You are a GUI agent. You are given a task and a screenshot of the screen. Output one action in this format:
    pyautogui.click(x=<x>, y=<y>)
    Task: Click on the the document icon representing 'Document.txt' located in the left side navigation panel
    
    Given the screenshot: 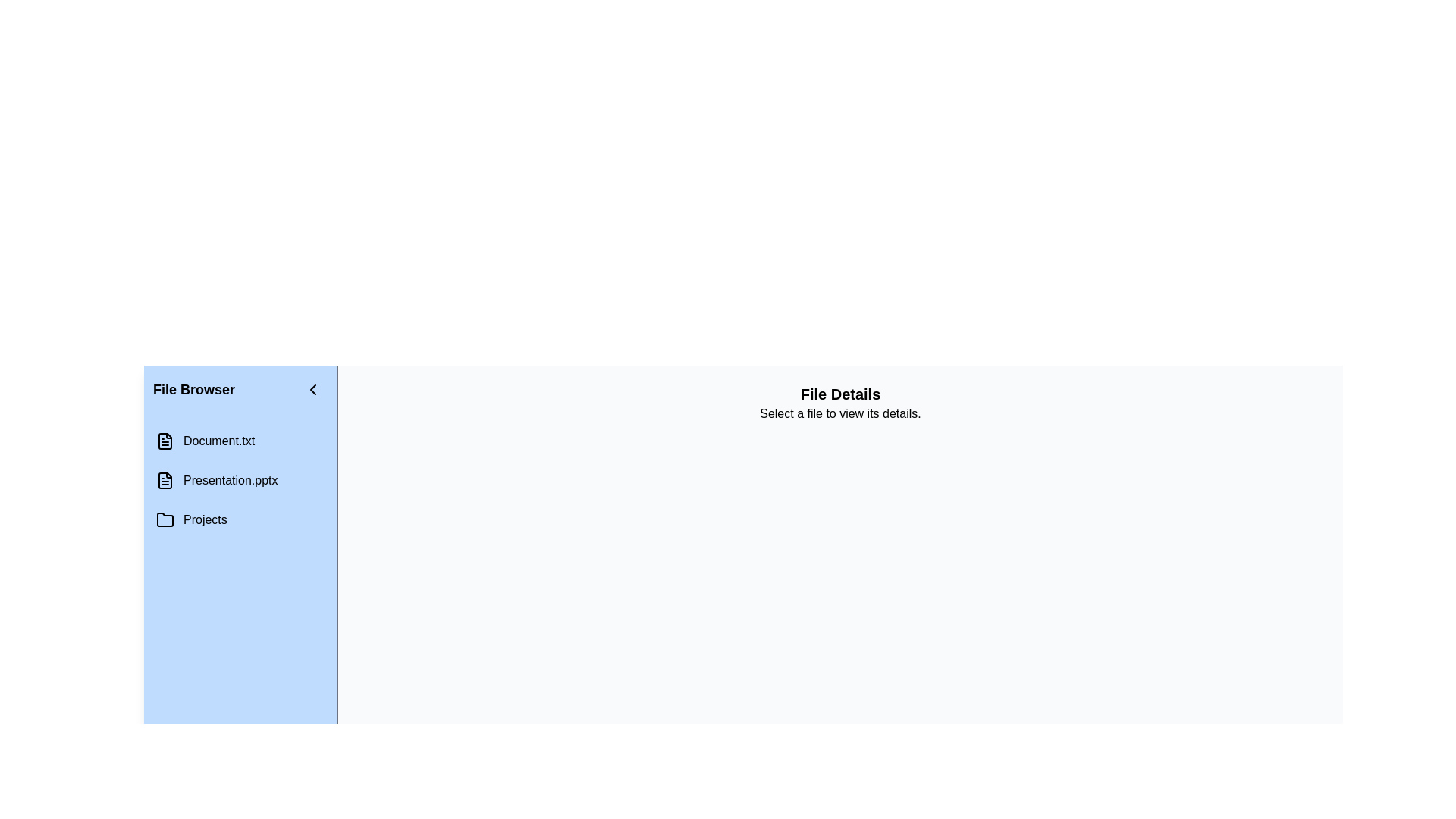 What is the action you would take?
    pyautogui.click(x=165, y=441)
    